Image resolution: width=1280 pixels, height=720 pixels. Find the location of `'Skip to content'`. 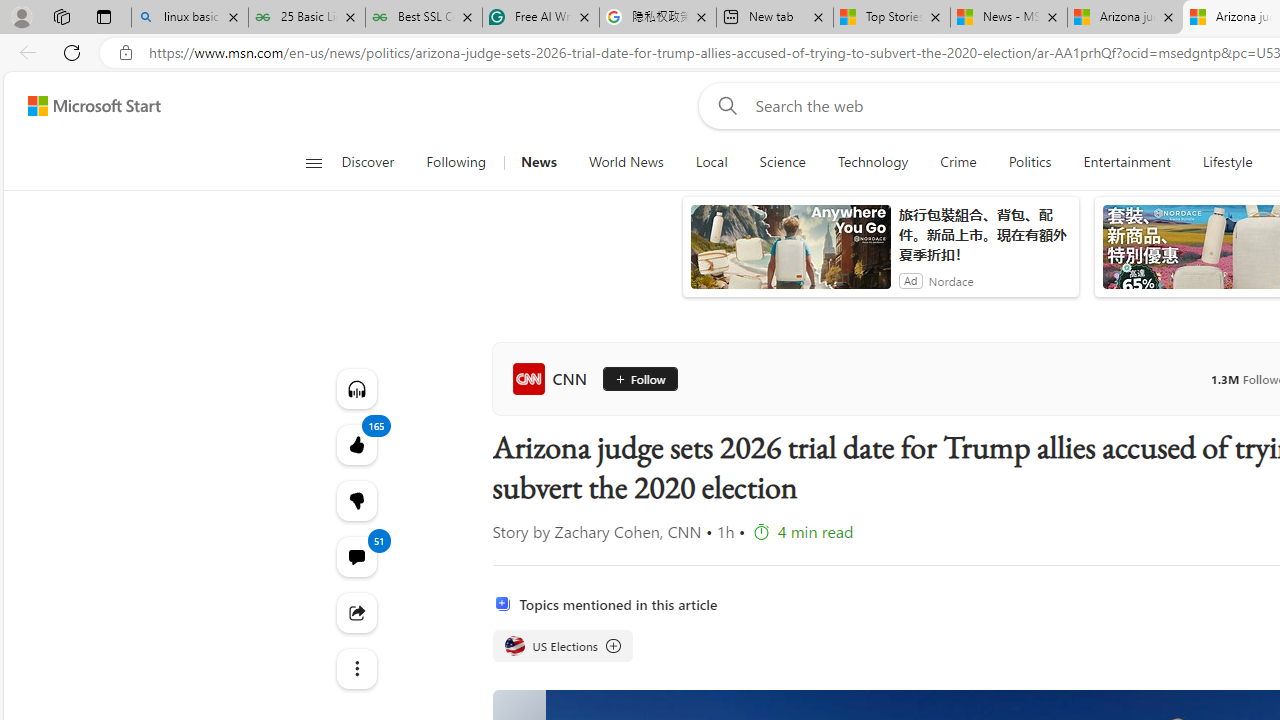

'Skip to content' is located at coordinates (86, 105).